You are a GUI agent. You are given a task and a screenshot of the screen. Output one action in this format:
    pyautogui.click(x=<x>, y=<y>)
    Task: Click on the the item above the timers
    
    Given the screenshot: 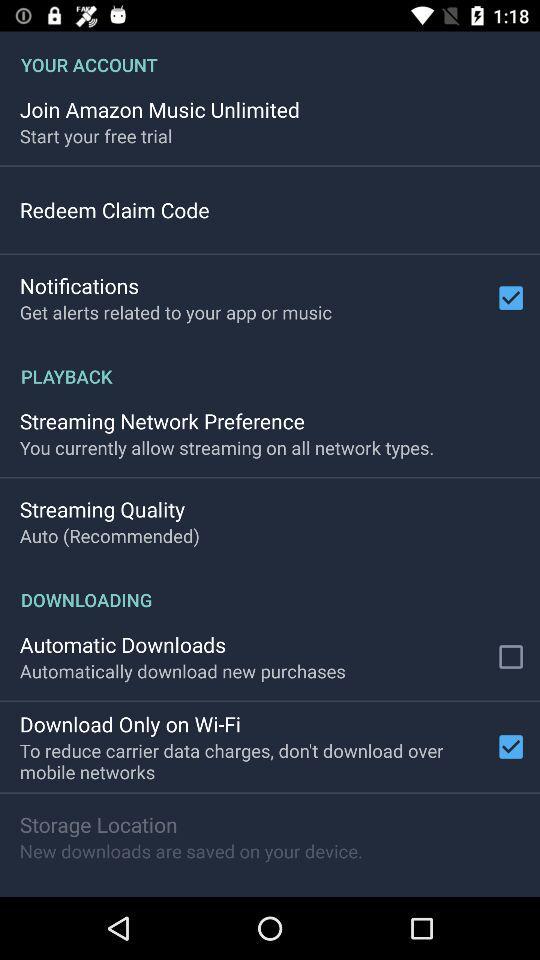 What is the action you would take?
    pyautogui.click(x=191, y=850)
    